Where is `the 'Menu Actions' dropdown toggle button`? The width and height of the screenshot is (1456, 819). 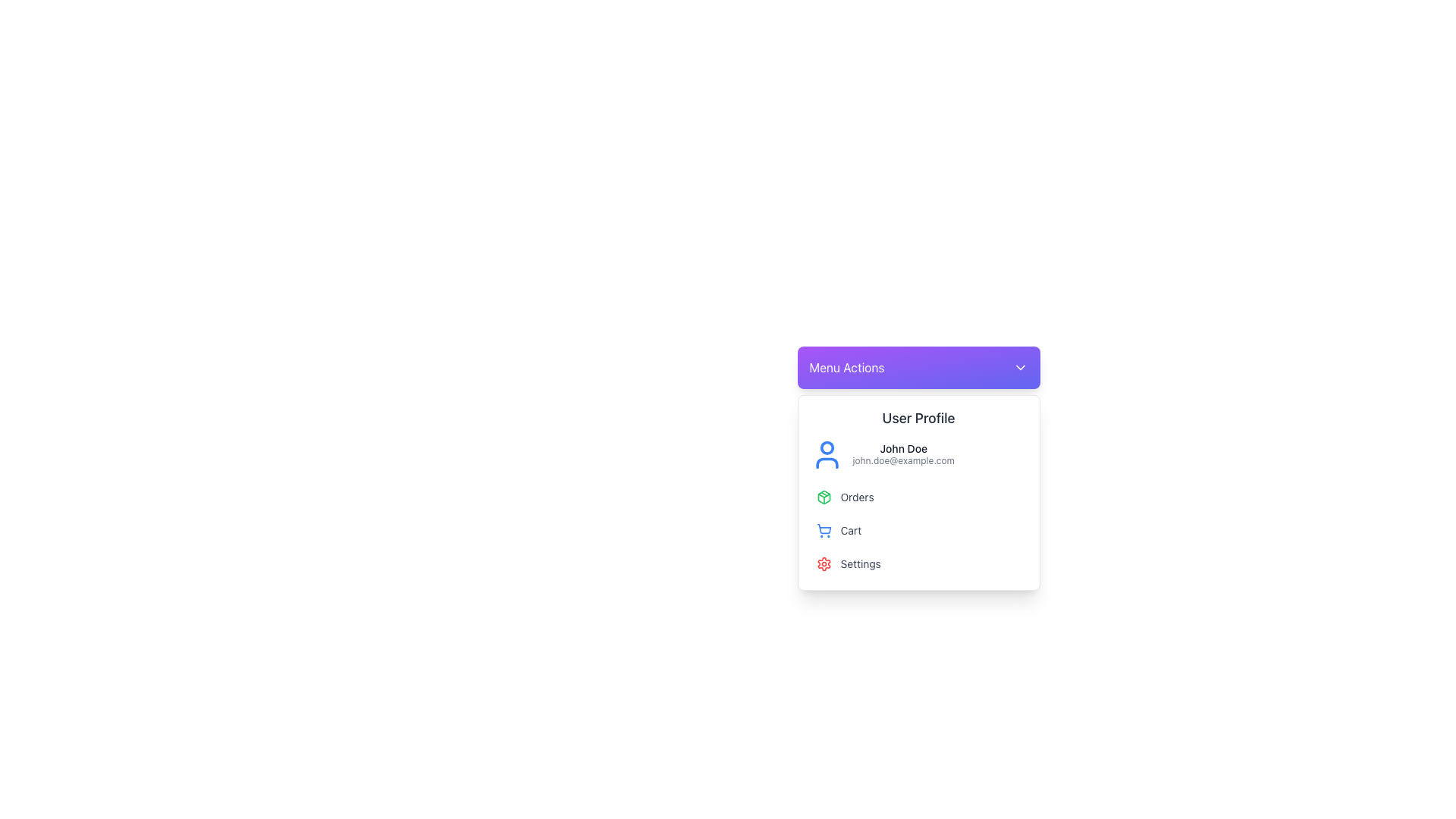
the 'Menu Actions' dropdown toggle button is located at coordinates (918, 368).